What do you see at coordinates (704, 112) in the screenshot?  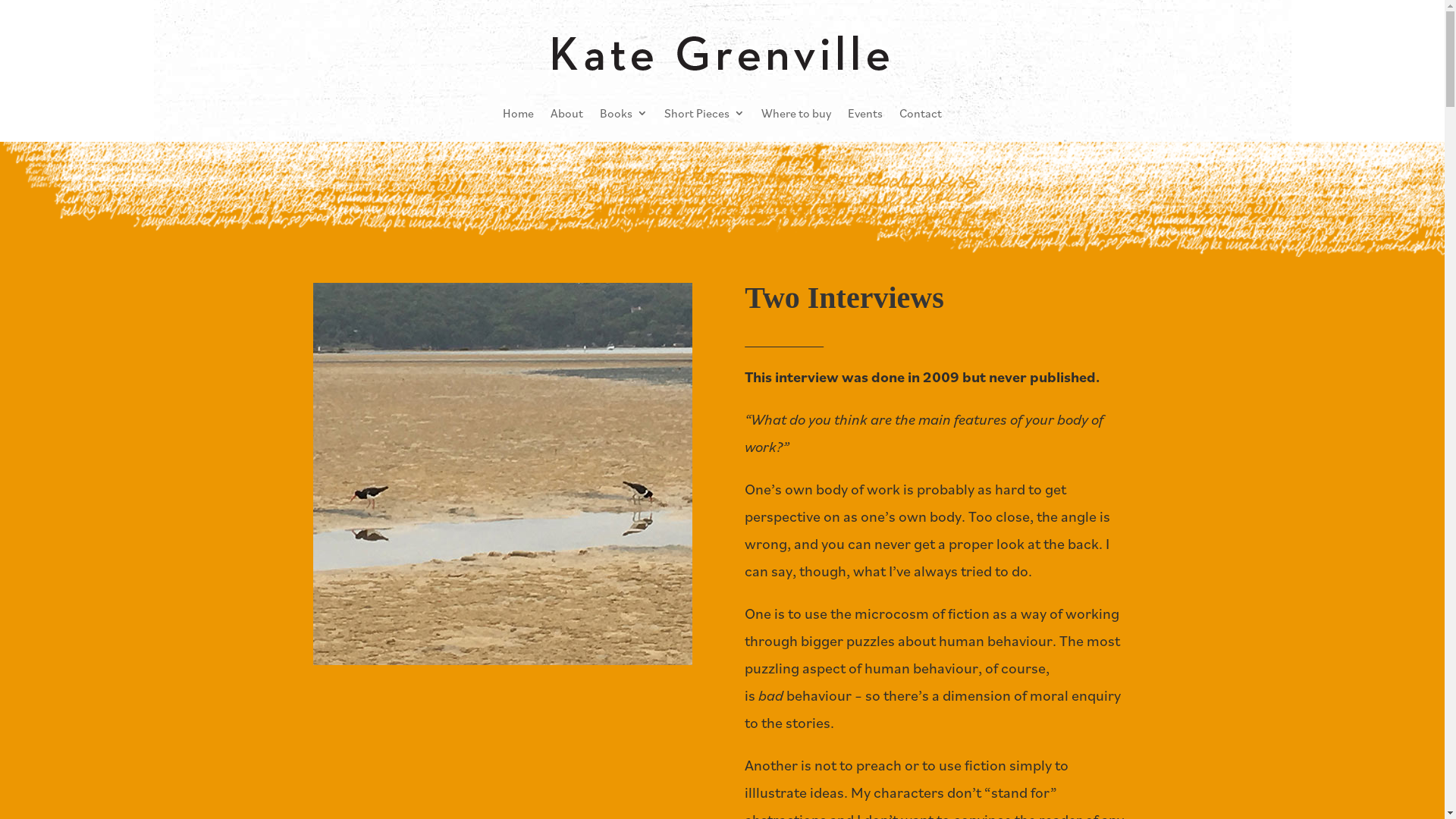 I see `'Short Pieces'` at bounding box center [704, 112].